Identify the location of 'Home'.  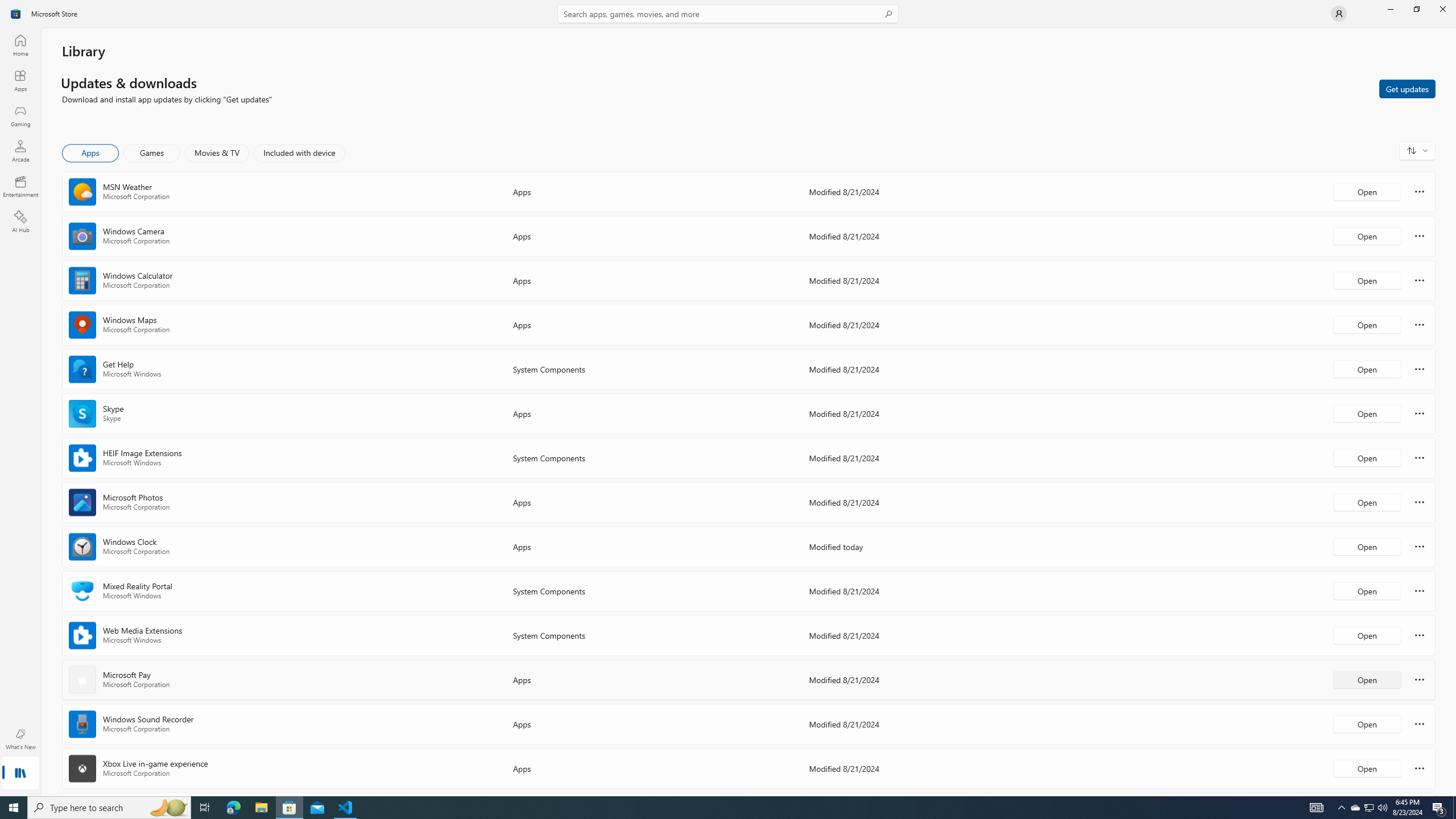
(19, 44).